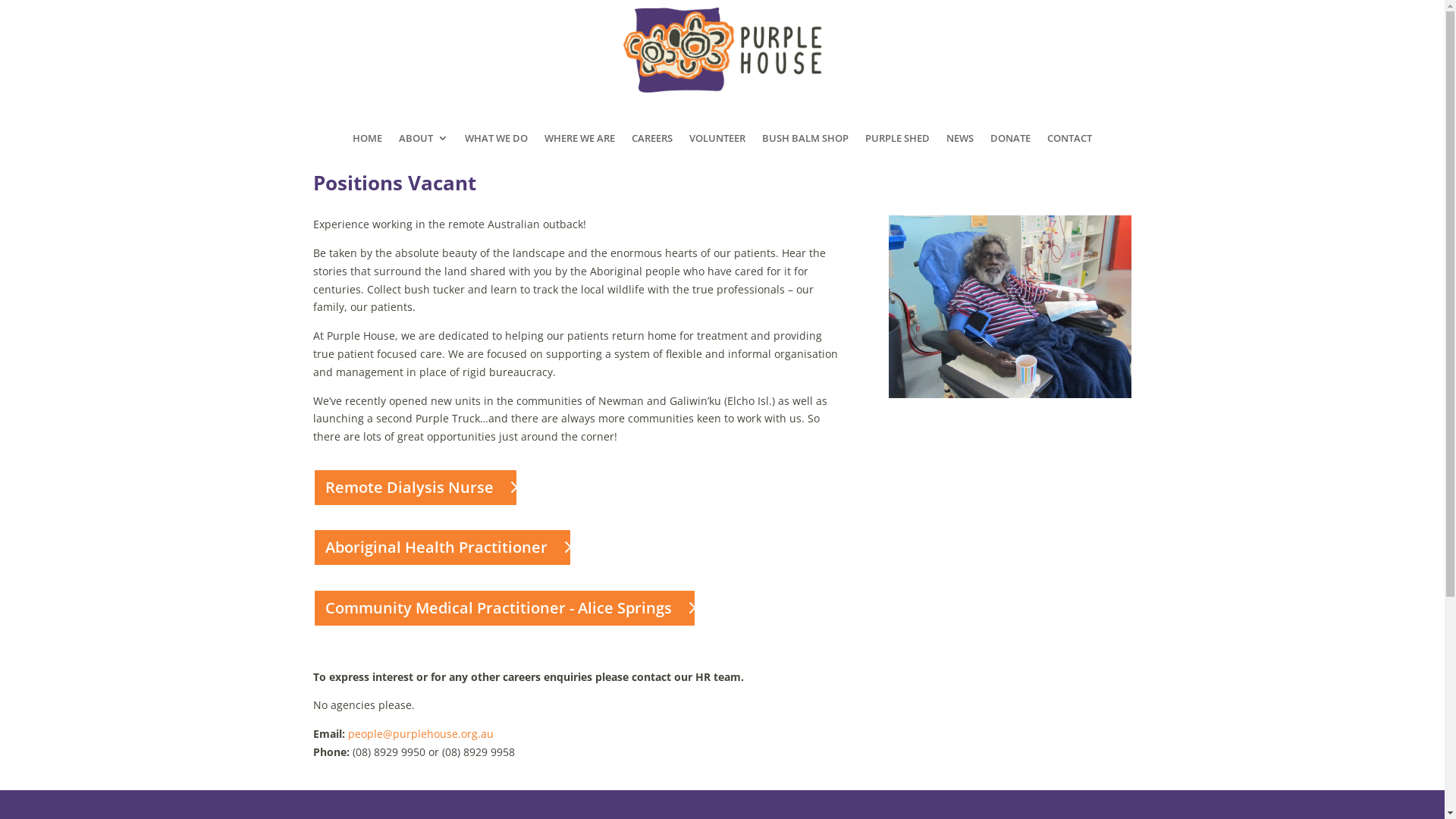 The width and height of the screenshot is (1456, 819). What do you see at coordinates (579, 149) in the screenshot?
I see `'WHERE WE ARE'` at bounding box center [579, 149].